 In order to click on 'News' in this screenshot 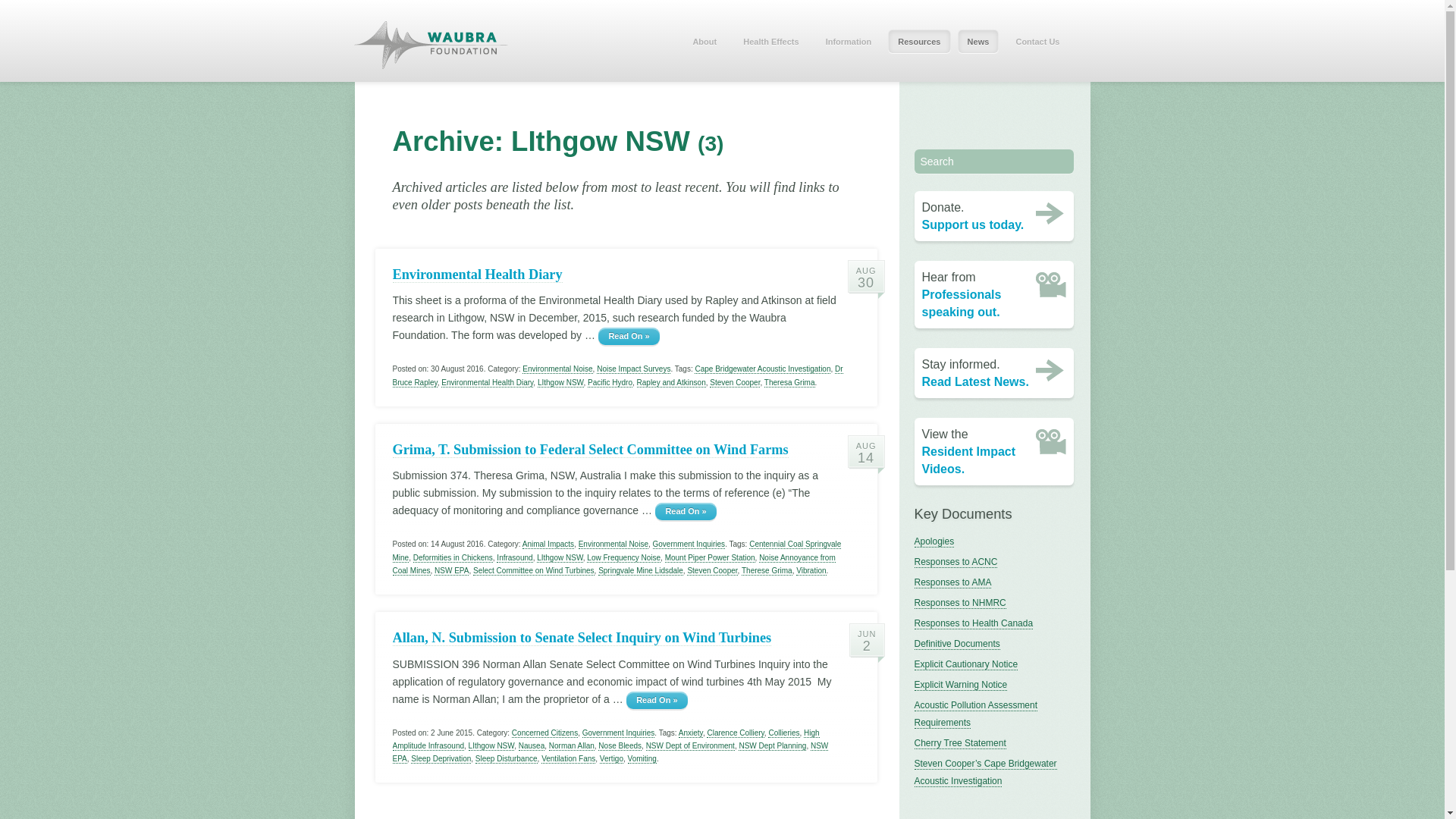, I will do `click(978, 40)`.